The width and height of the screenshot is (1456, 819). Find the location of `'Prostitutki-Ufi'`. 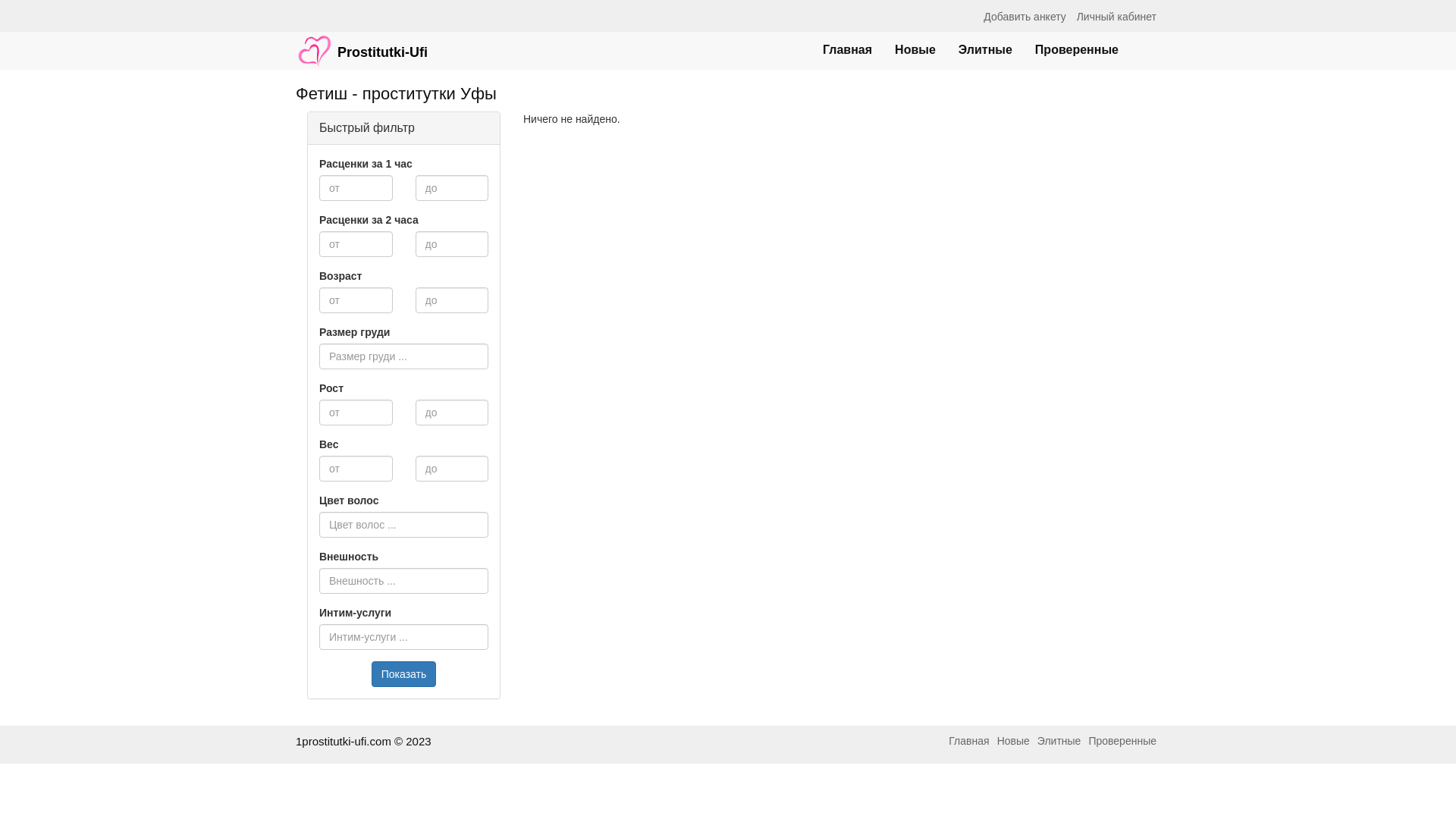

'Prostitutki-Ufi' is located at coordinates (360, 42).